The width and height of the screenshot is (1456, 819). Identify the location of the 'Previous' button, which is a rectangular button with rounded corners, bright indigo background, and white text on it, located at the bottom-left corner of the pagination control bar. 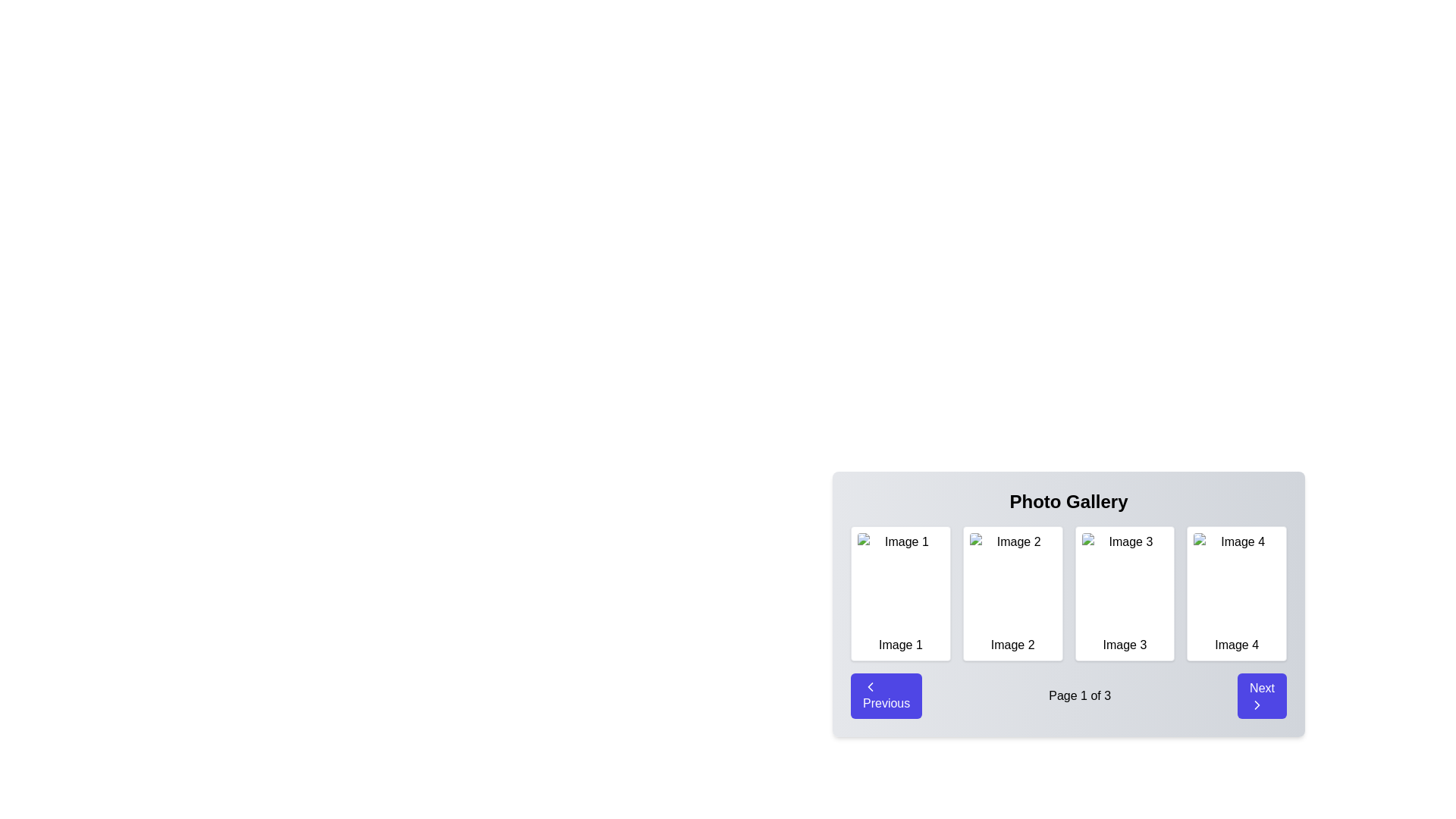
(886, 696).